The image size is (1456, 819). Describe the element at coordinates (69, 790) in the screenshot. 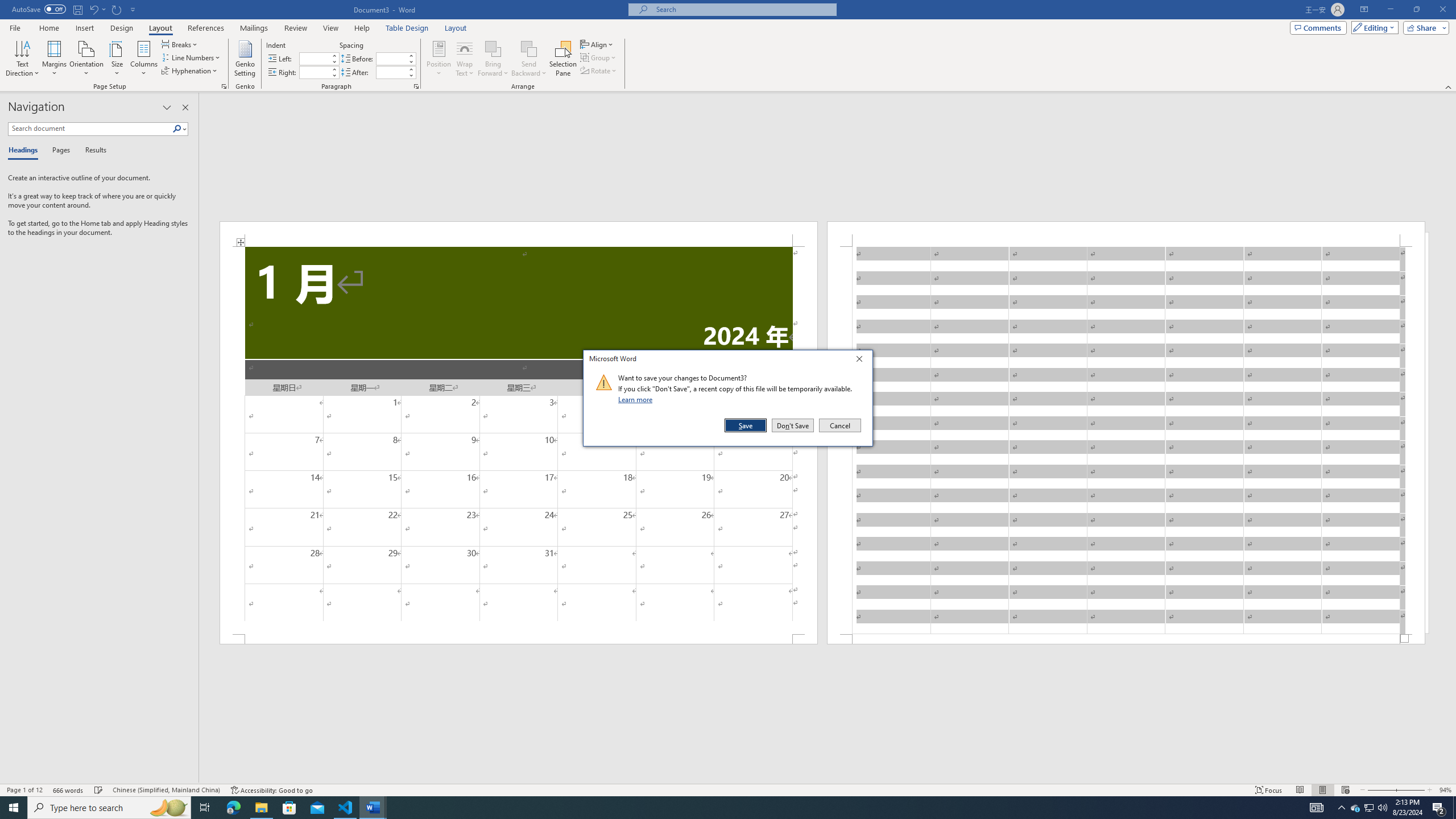

I see `'Word Count 666 words'` at that location.